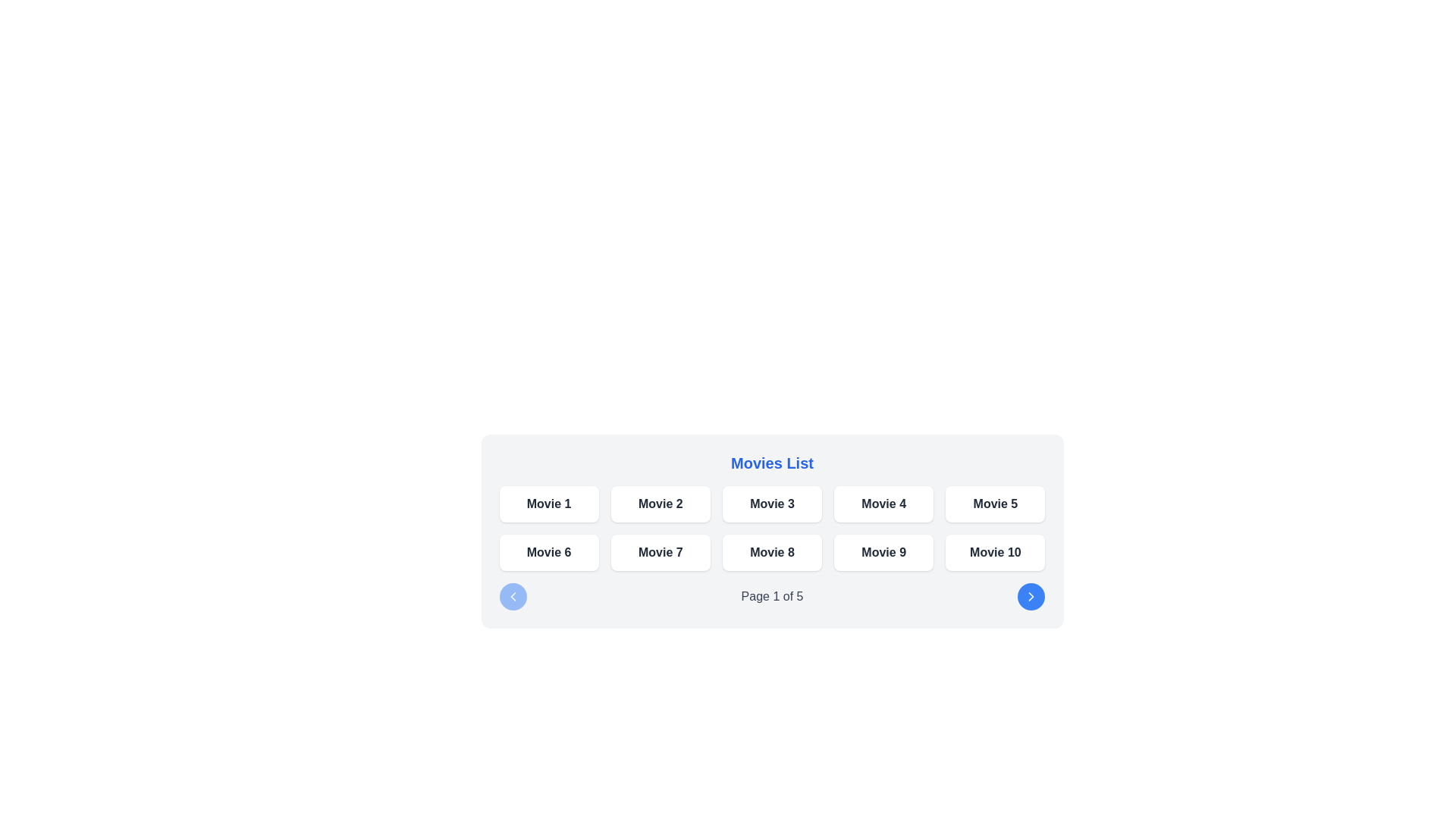  Describe the element at coordinates (548, 504) in the screenshot. I see `the 'Movie 1' button, which is a rectangular white button with rounded corners and bold dark gray text` at that location.